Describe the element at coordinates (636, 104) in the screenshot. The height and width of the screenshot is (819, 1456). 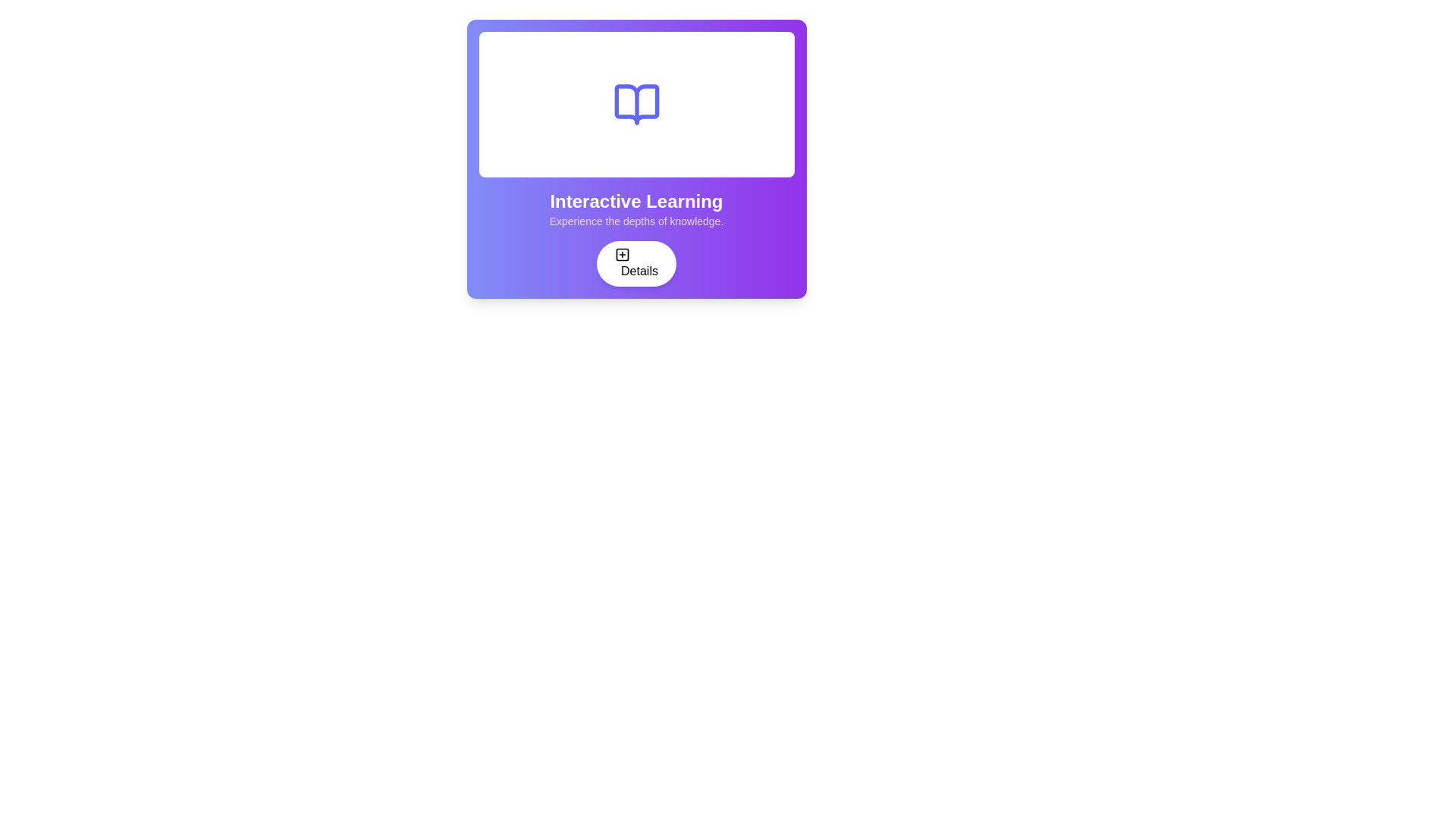
I see `the right-side graphical element of the open book icon, which has a purple outline and is slightly curved to resemble the book's pages` at that location.